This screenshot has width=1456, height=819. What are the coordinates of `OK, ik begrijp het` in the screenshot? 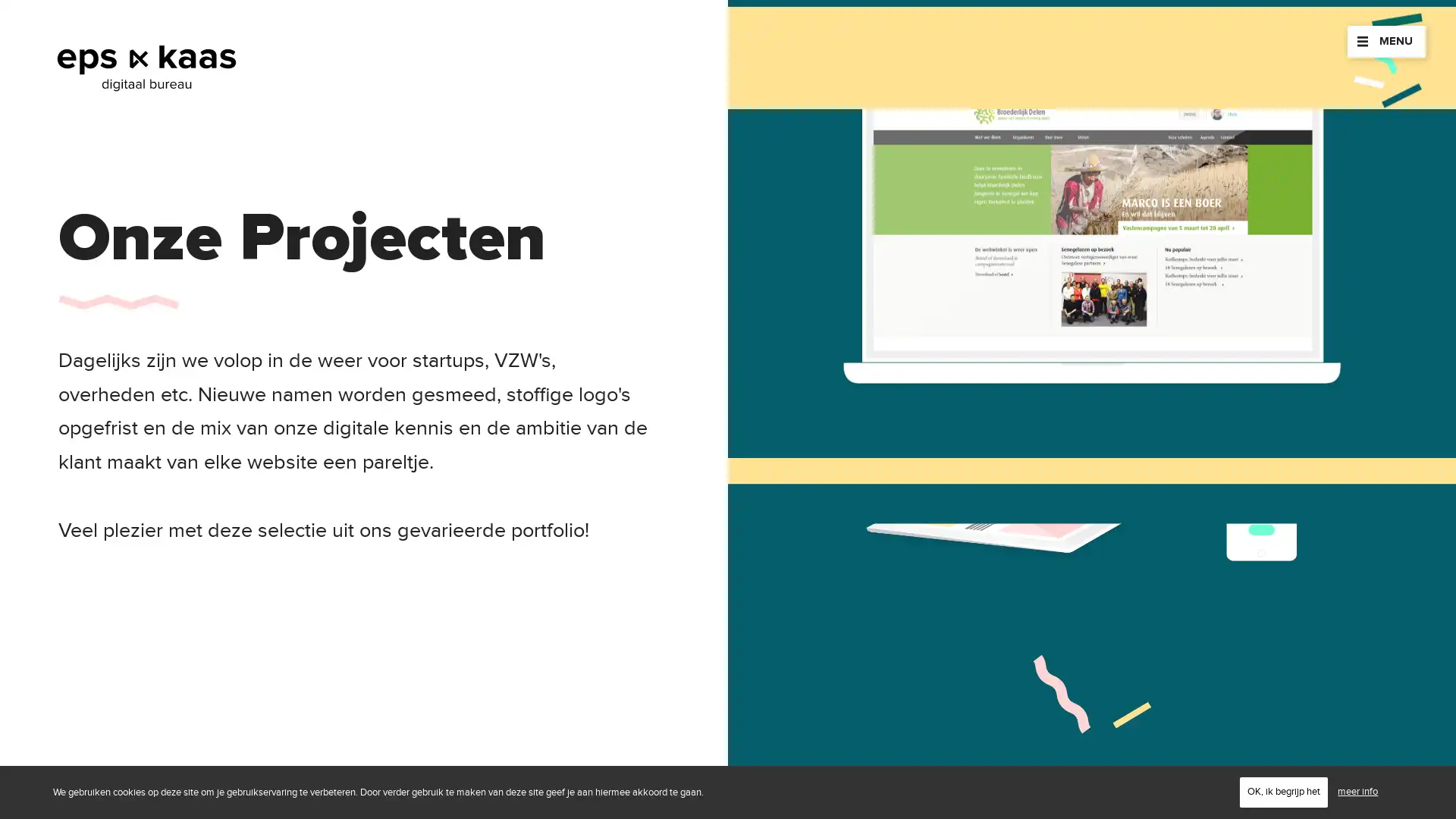 It's located at (1283, 791).